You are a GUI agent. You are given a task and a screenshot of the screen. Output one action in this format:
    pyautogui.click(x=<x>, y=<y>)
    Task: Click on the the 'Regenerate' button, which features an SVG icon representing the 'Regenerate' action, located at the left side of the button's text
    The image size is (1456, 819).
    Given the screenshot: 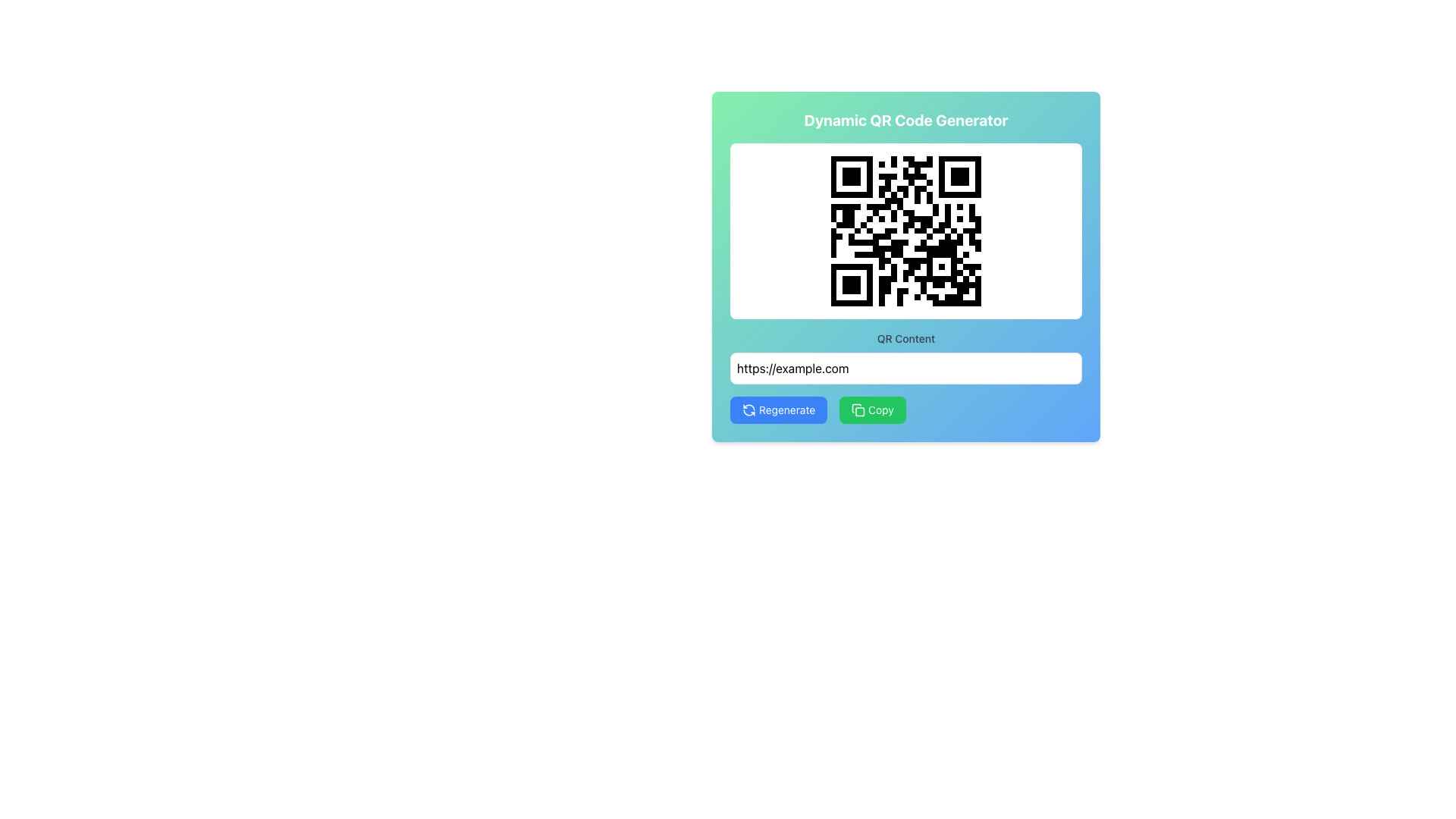 What is the action you would take?
    pyautogui.click(x=749, y=409)
    